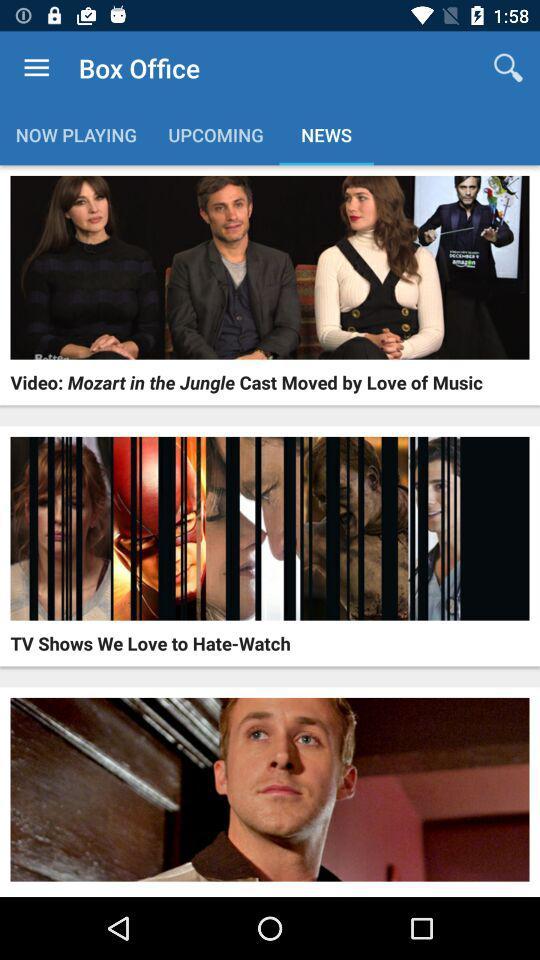 This screenshot has width=540, height=960. I want to click on item to the left of the box office, so click(36, 68).